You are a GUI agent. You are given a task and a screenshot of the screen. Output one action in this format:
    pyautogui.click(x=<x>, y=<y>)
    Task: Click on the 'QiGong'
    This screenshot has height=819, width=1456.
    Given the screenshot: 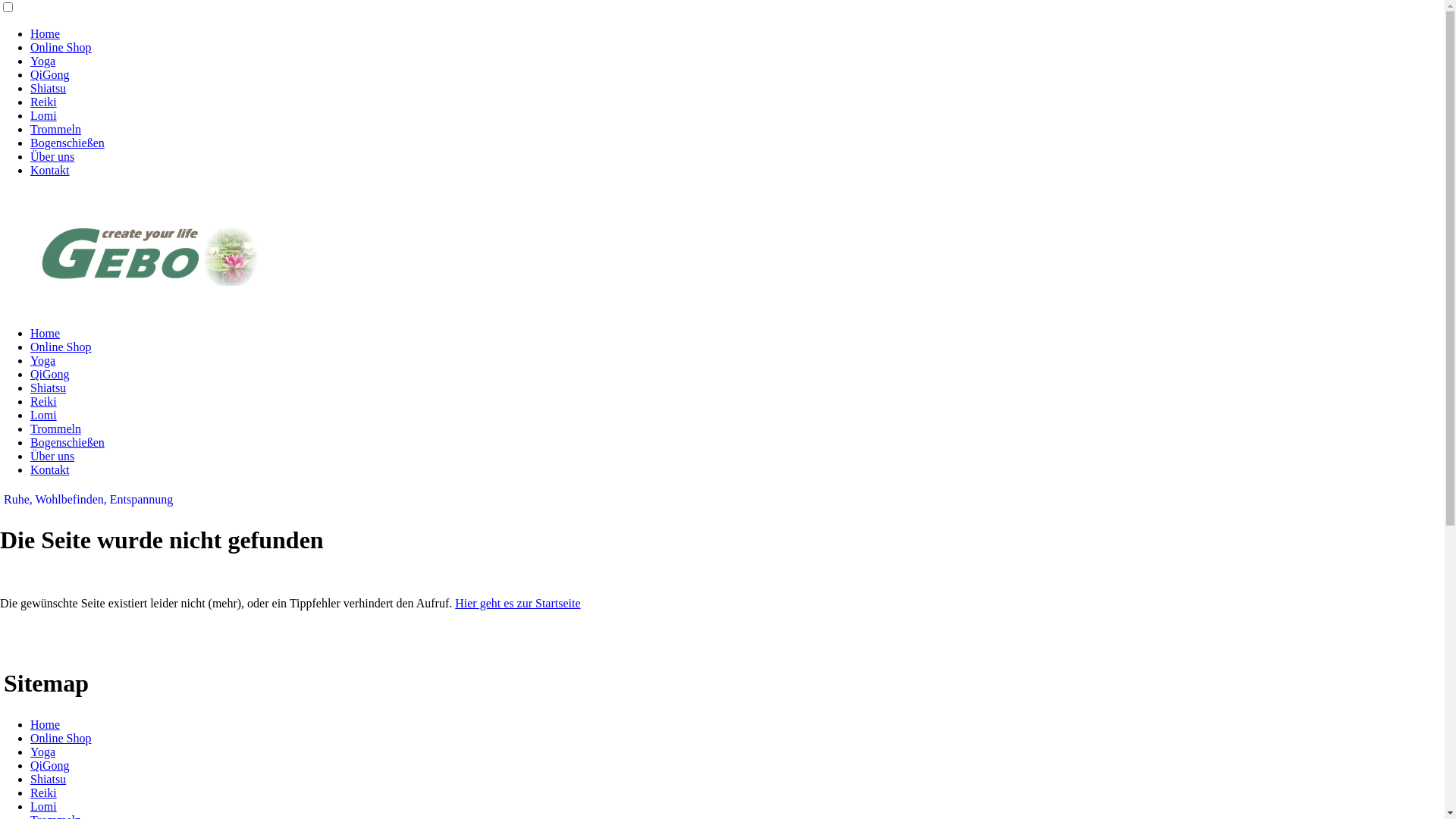 What is the action you would take?
    pyautogui.click(x=50, y=74)
    